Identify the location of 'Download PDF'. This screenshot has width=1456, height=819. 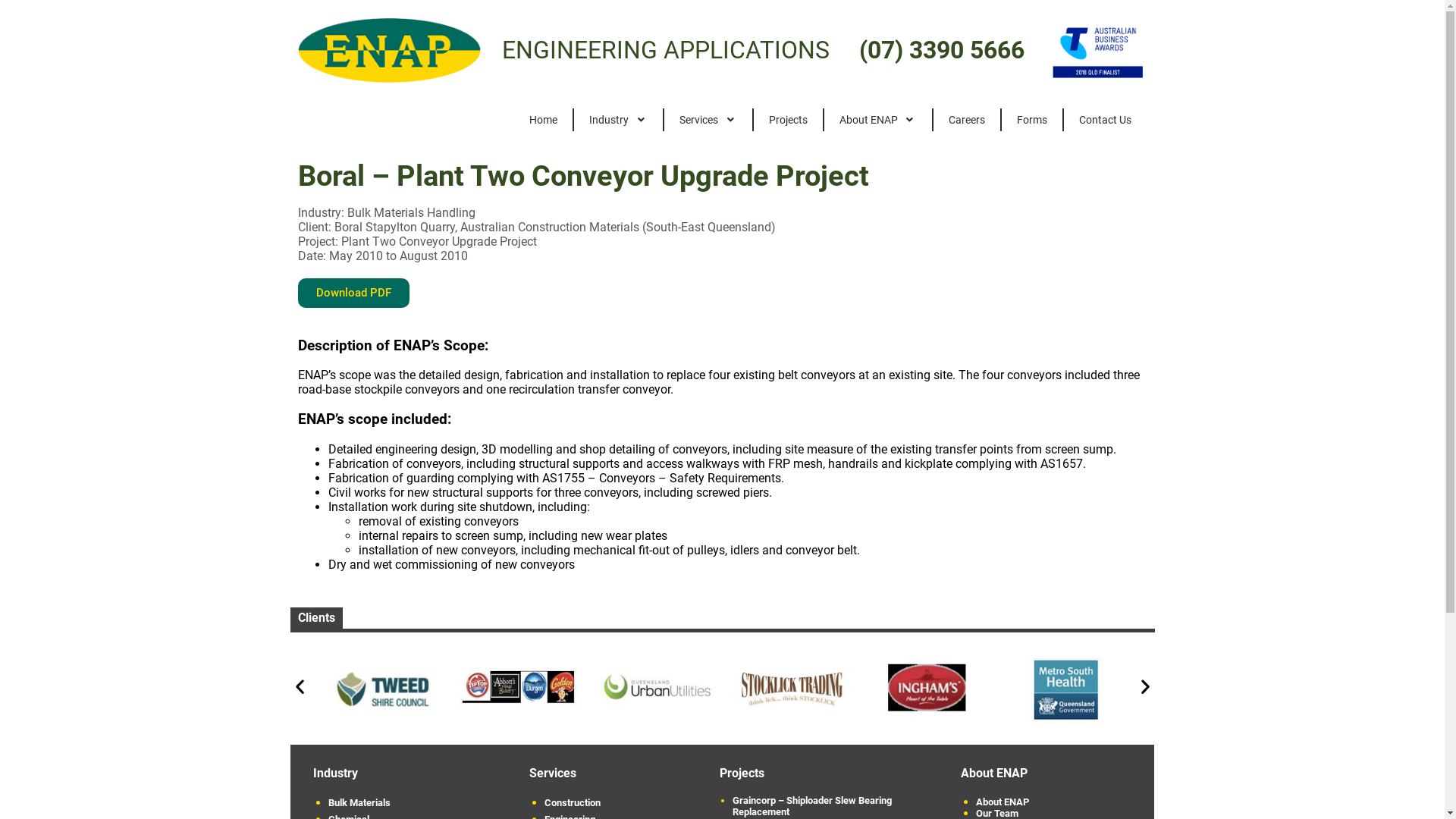
(297, 293).